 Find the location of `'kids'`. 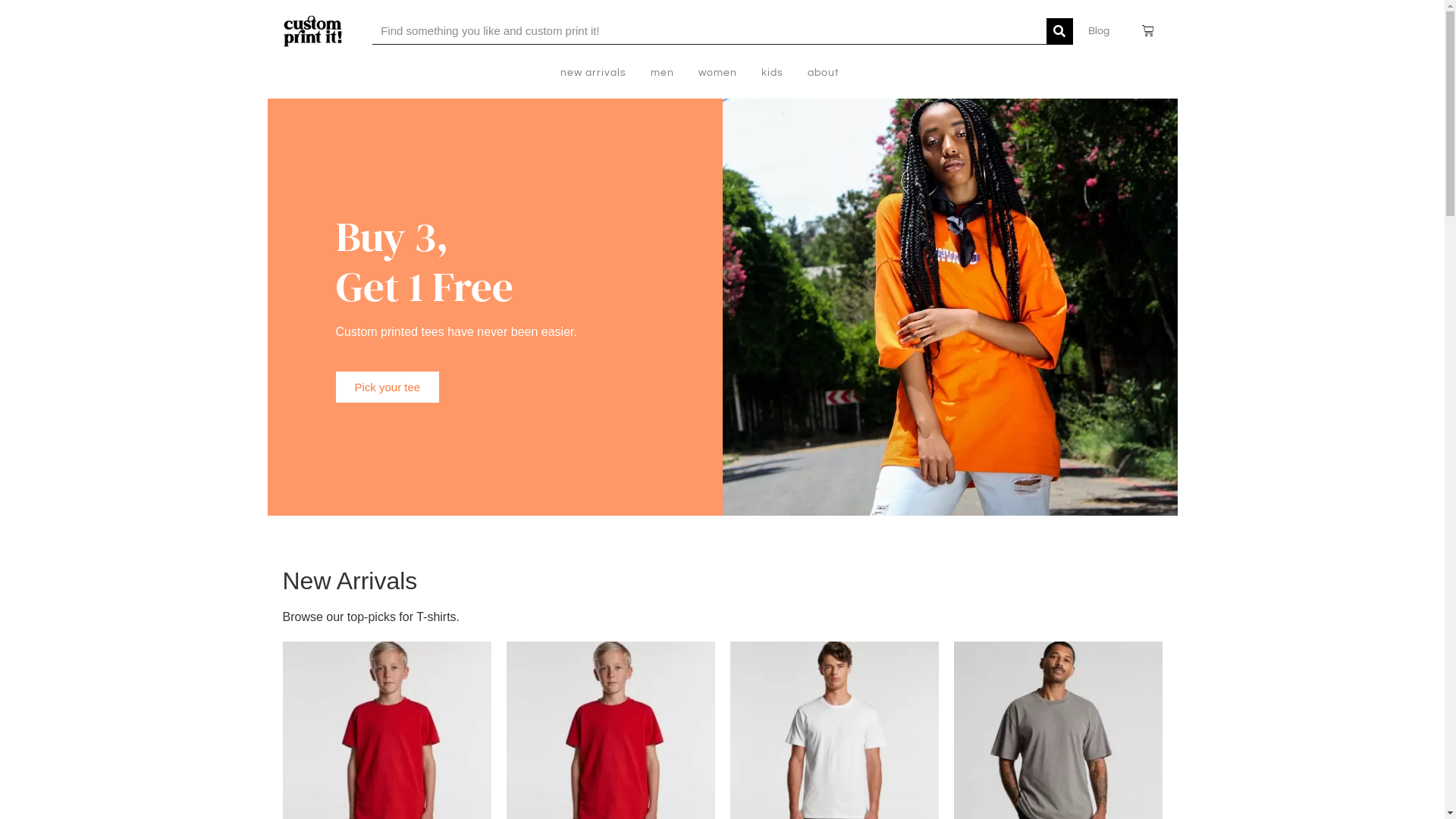

'kids' is located at coordinates (761, 73).